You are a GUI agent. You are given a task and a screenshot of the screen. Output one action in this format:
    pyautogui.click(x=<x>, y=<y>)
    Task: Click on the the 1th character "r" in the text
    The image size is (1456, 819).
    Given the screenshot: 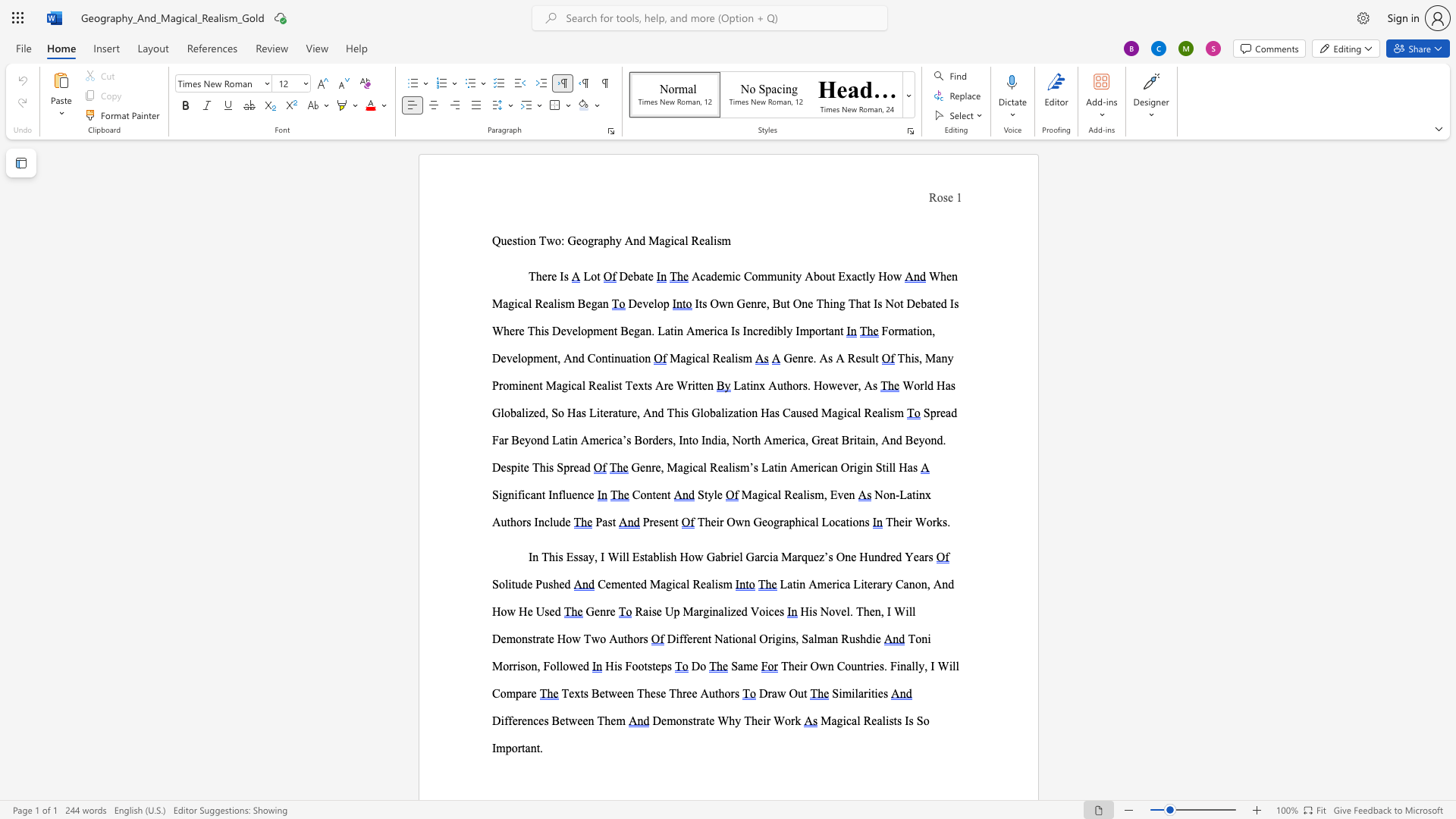 What is the action you would take?
    pyautogui.click(x=653, y=466)
    